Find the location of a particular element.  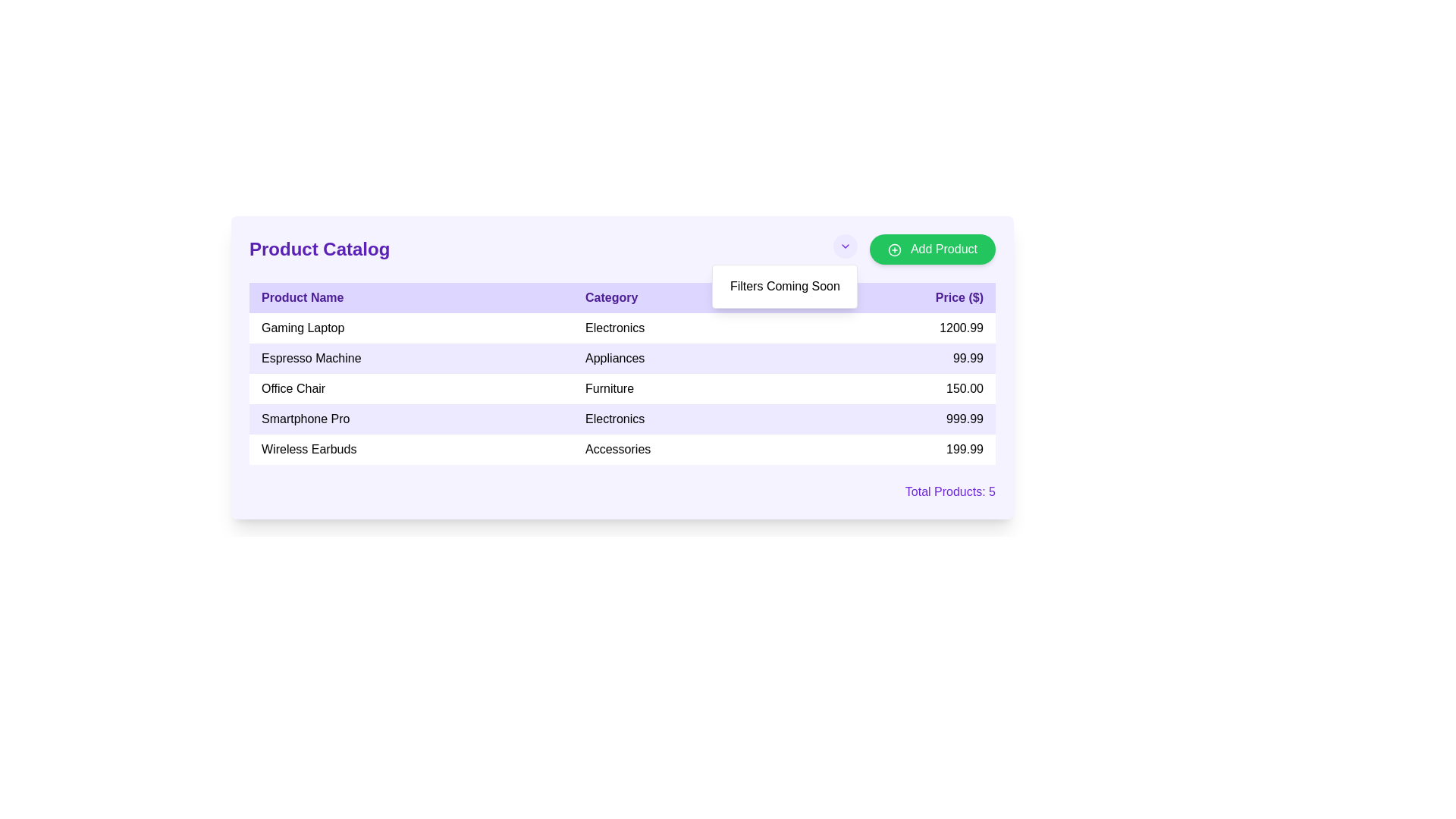

the circular 'Add Product' icon with a plus sign in the middle, which is located to the left of the 'Add Product' button in the top-right corner of the purple-bordered section of the product catalog is located at coordinates (895, 249).